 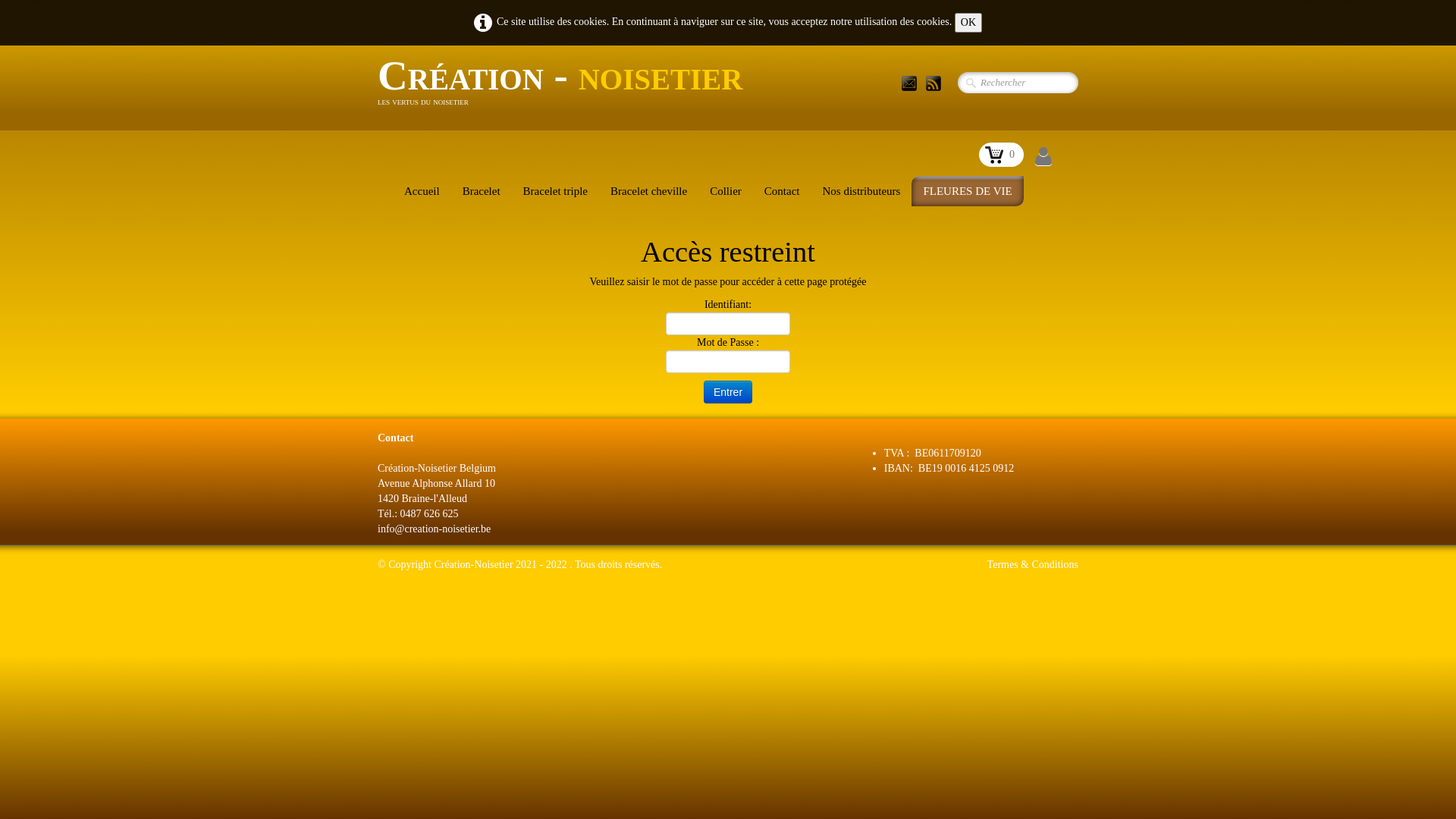 What do you see at coordinates (393, 190) in the screenshot?
I see `'Accueil'` at bounding box center [393, 190].